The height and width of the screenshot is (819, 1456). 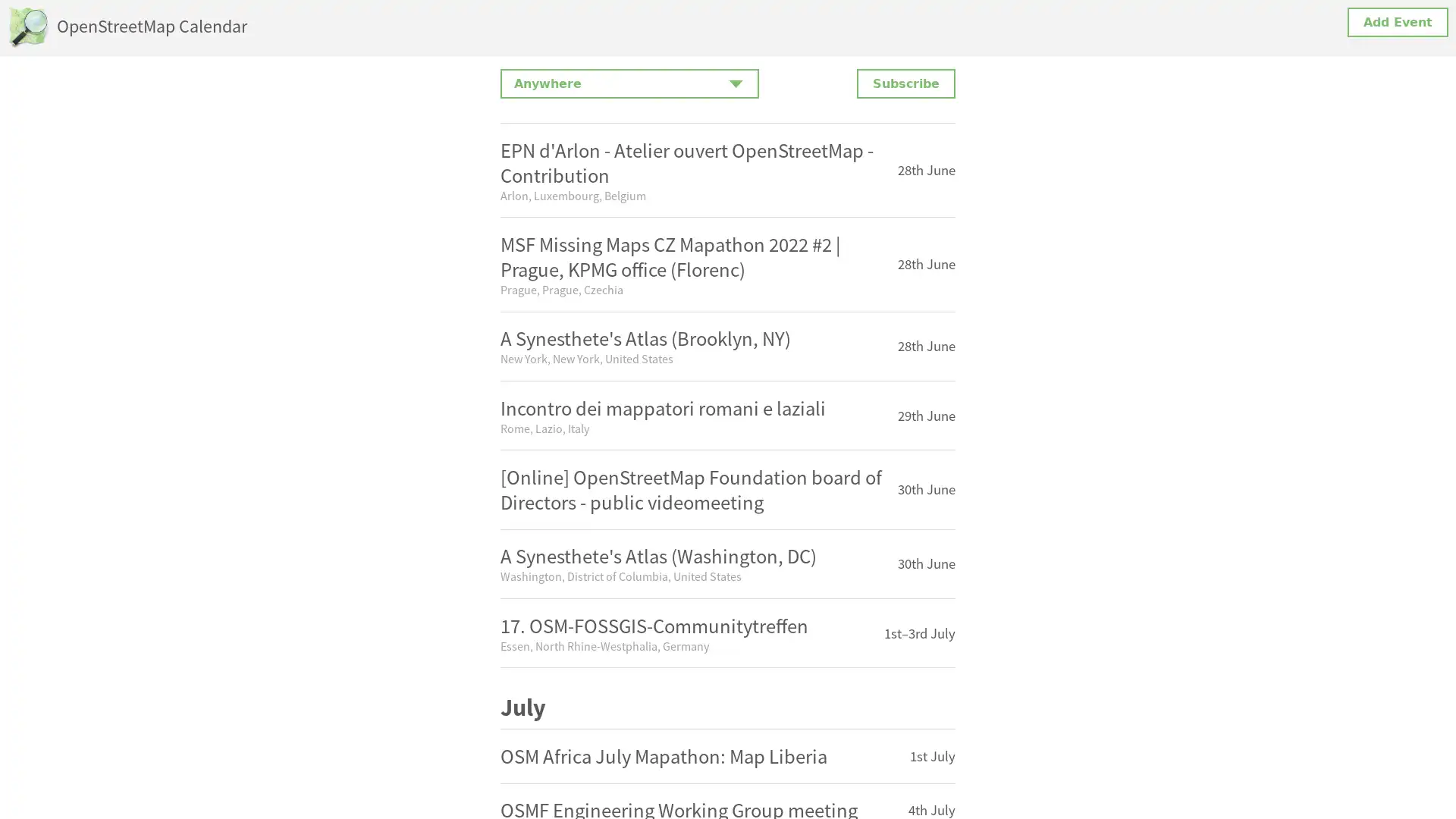 I want to click on Subscribe, so click(x=905, y=83).